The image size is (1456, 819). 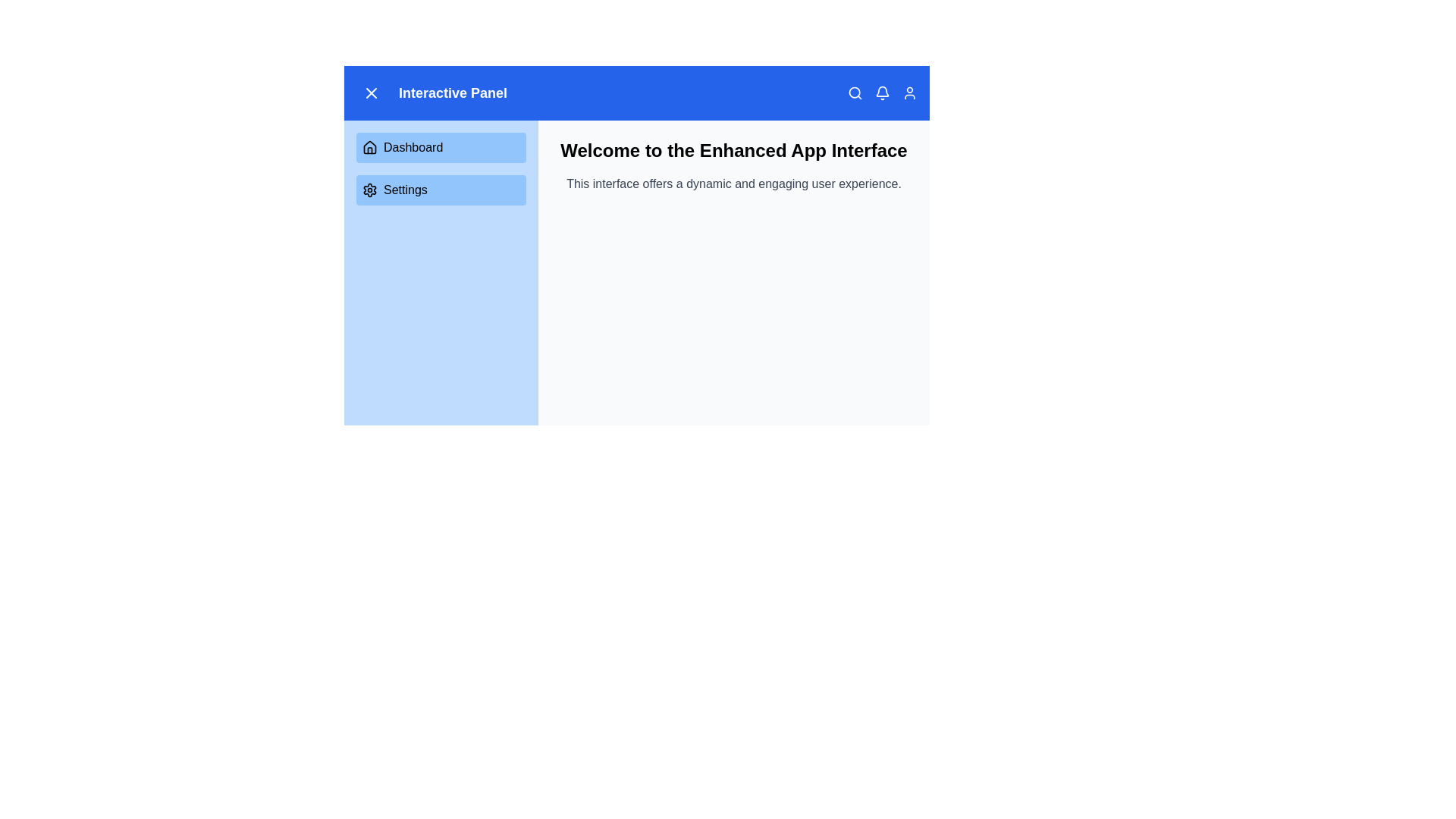 What do you see at coordinates (452, 93) in the screenshot?
I see `the bold text 'Interactive Panel' displayed on a blue background in the top navigation bar, located to the right of the close icon` at bounding box center [452, 93].